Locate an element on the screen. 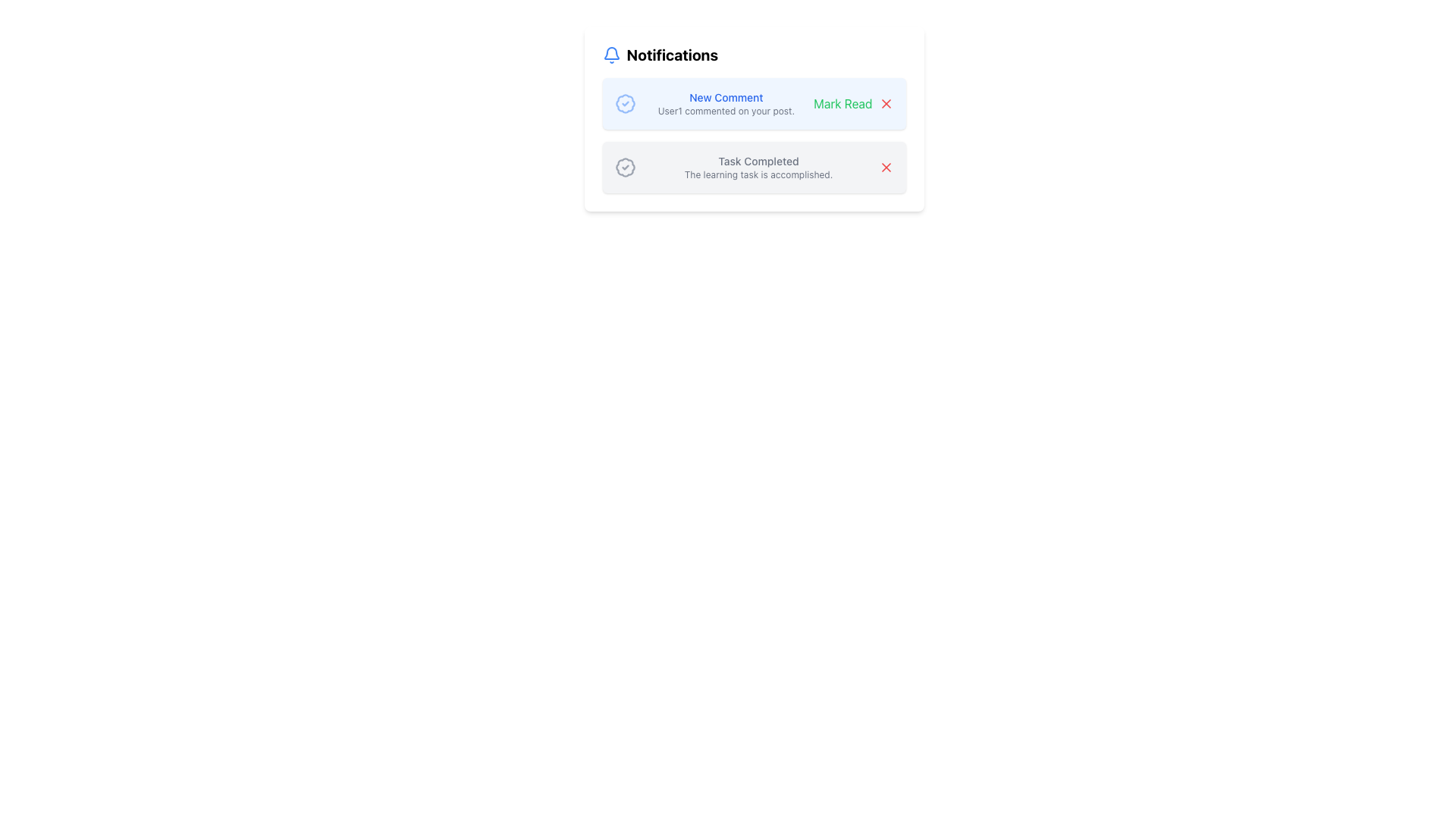  the 'Notifications' text label, which is prominently displayed in a bold and large font style, located to the right of the bell icon in the top section of the interface is located at coordinates (671, 55).